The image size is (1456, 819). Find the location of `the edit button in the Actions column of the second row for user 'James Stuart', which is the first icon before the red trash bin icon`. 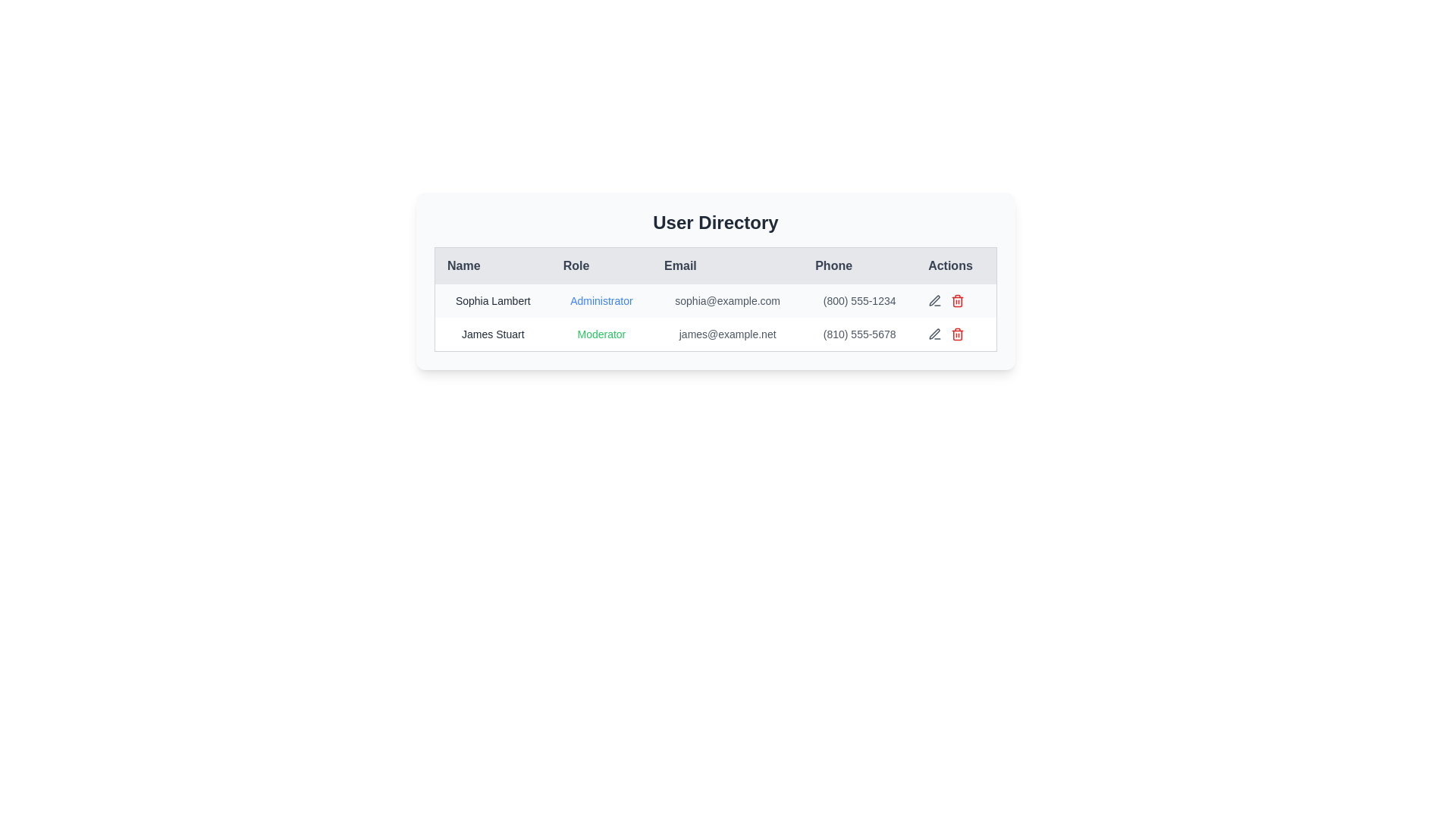

the edit button in the Actions column of the second row for user 'James Stuart', which is the first icon before the red trash bin icon is located at coordinates (934, 301).